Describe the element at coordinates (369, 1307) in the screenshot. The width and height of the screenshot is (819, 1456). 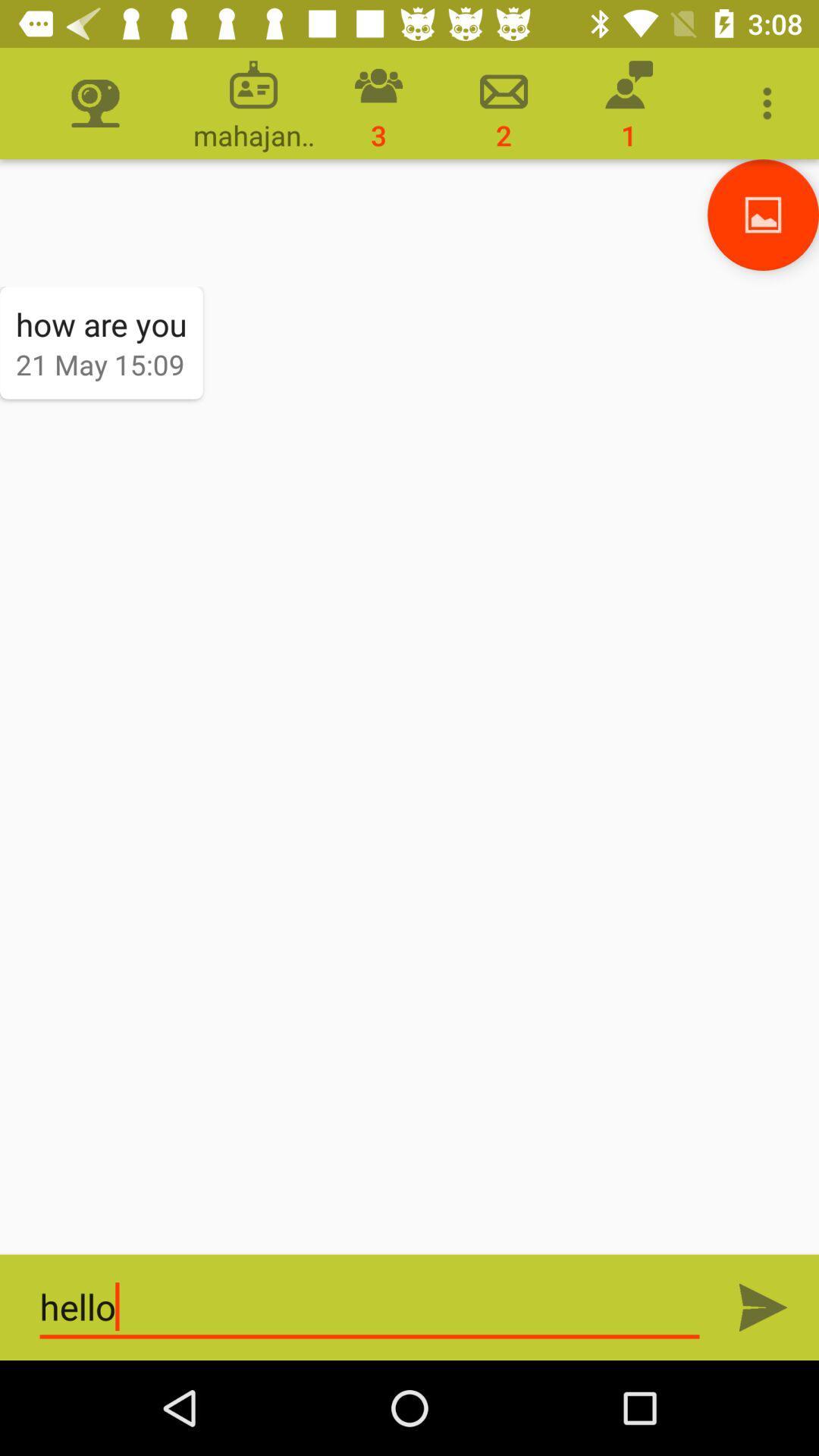
I see `text field which is at bottom of the page` at that location.